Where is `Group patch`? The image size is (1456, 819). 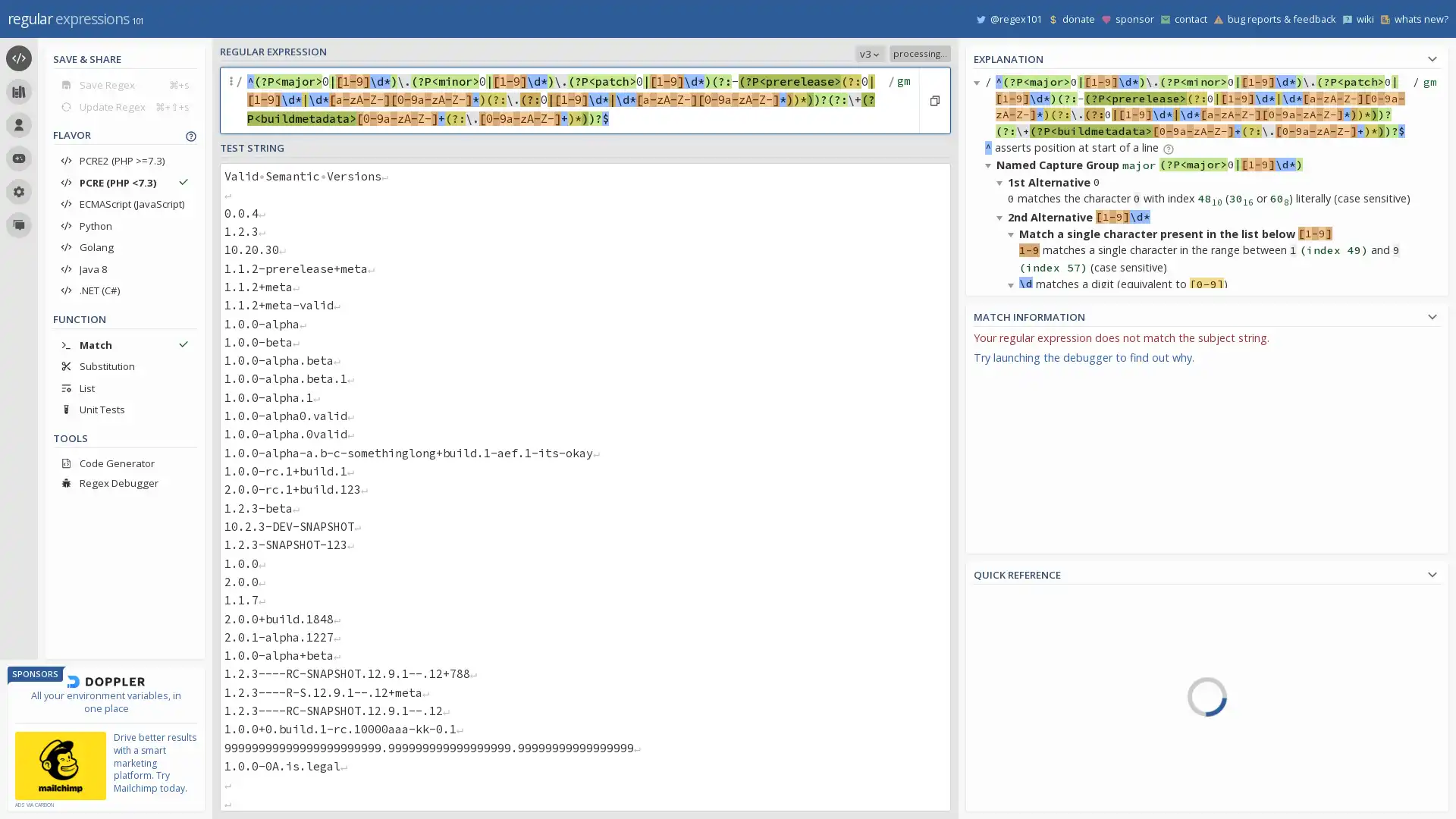
Group patch is located at coordinates (1014, 556).